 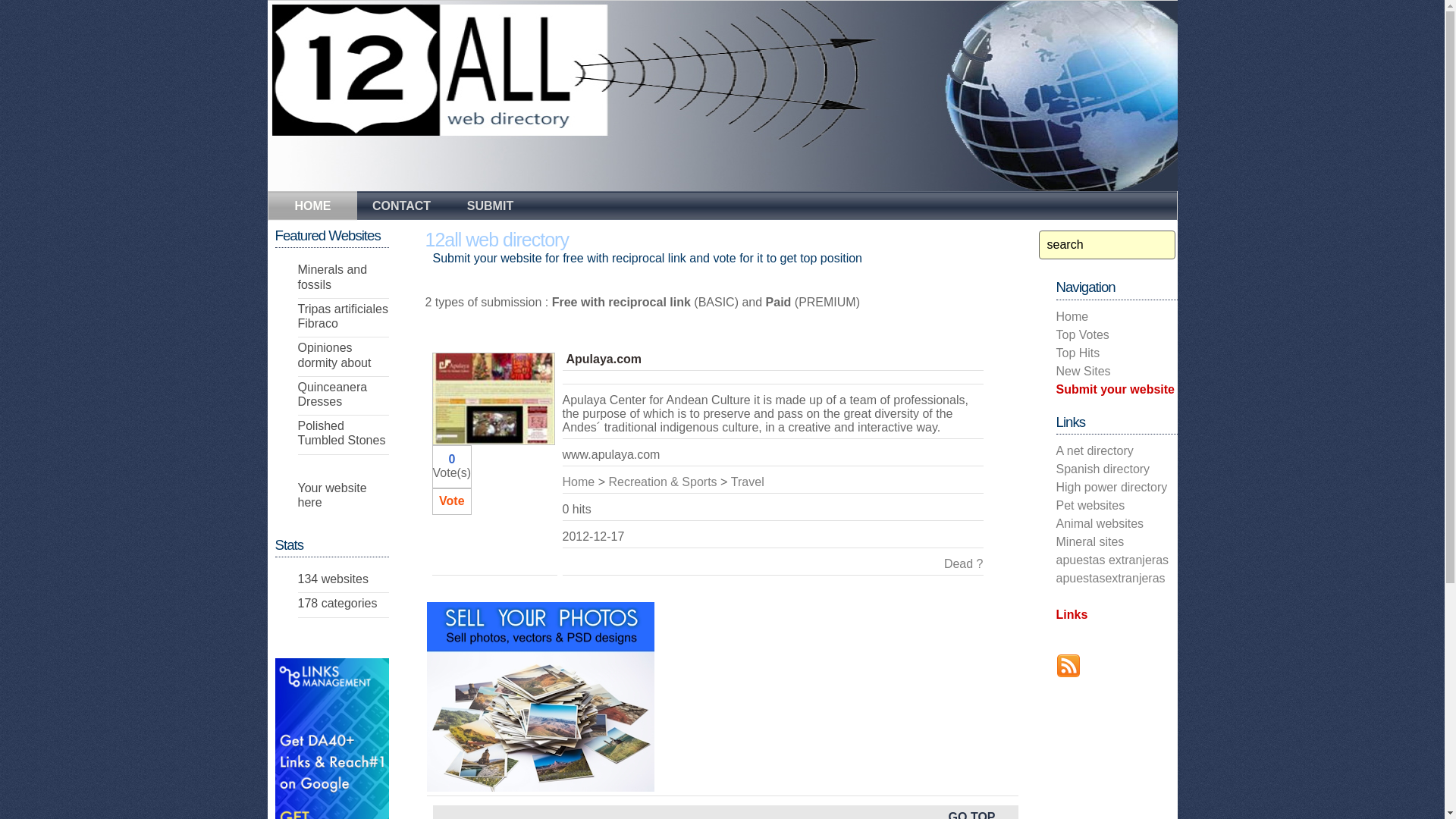 What do you see at coordinates (1112, 560) in the screenshot?
I see `'apuestas extranjeras'` at bounding box center [1112, 560].